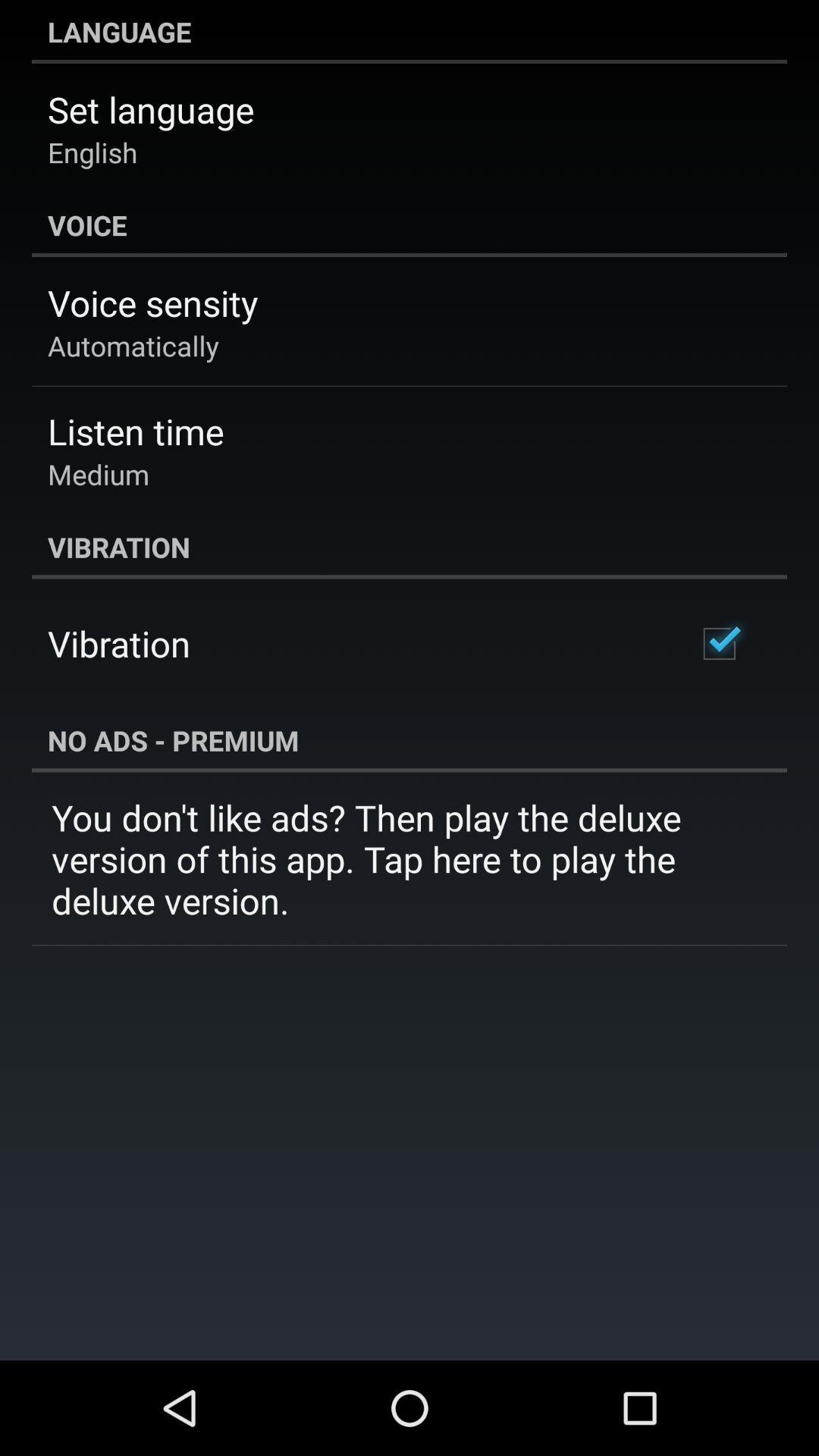  What do you see at coordinates (99, 473) in the screenshot?
I see `icon above vibration app` at bounding box center [99, 473].